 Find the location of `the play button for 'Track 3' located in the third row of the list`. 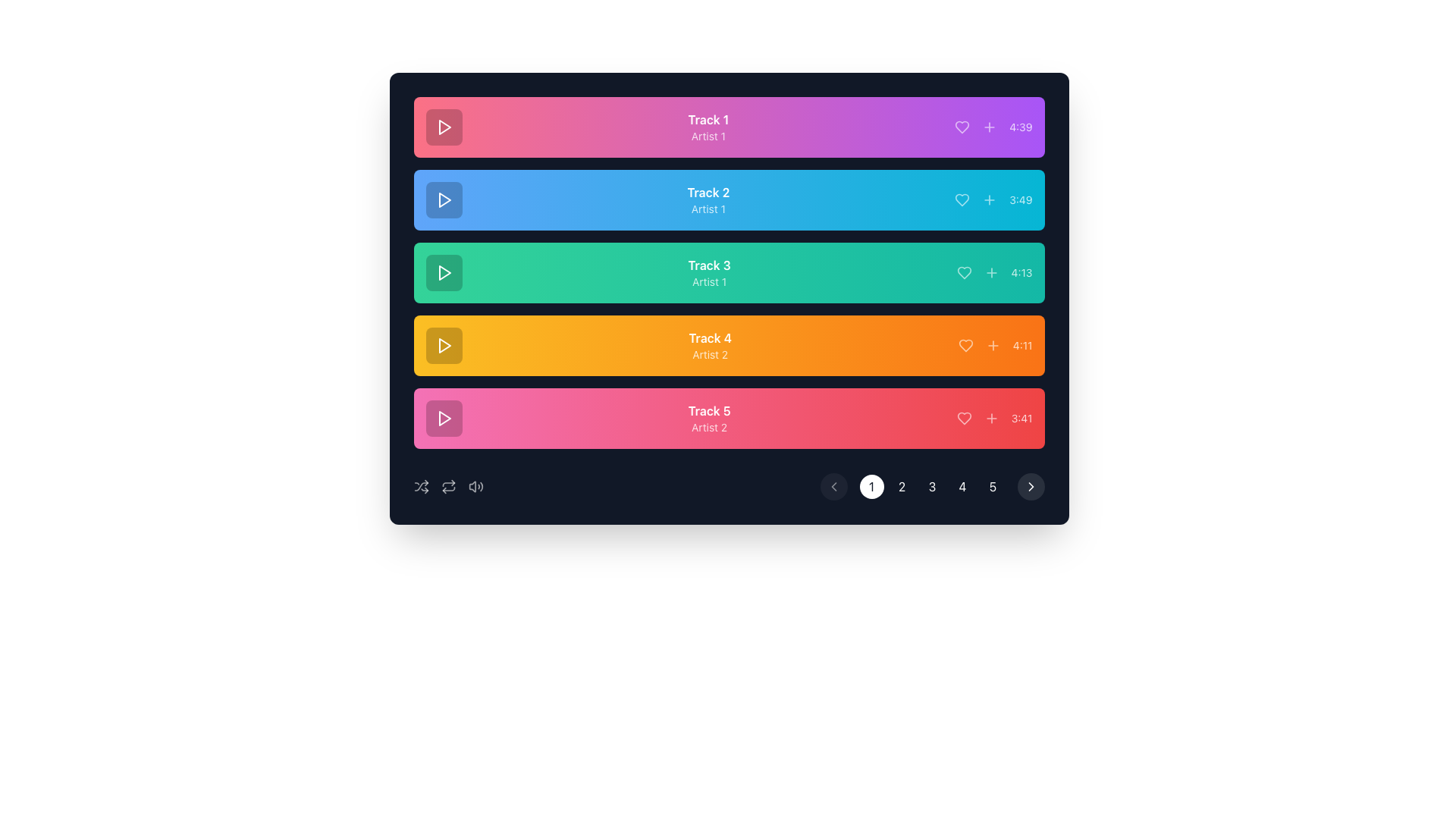

the play button for 'Track 3' located in the third row of the list is located at coordinates (444, 271).